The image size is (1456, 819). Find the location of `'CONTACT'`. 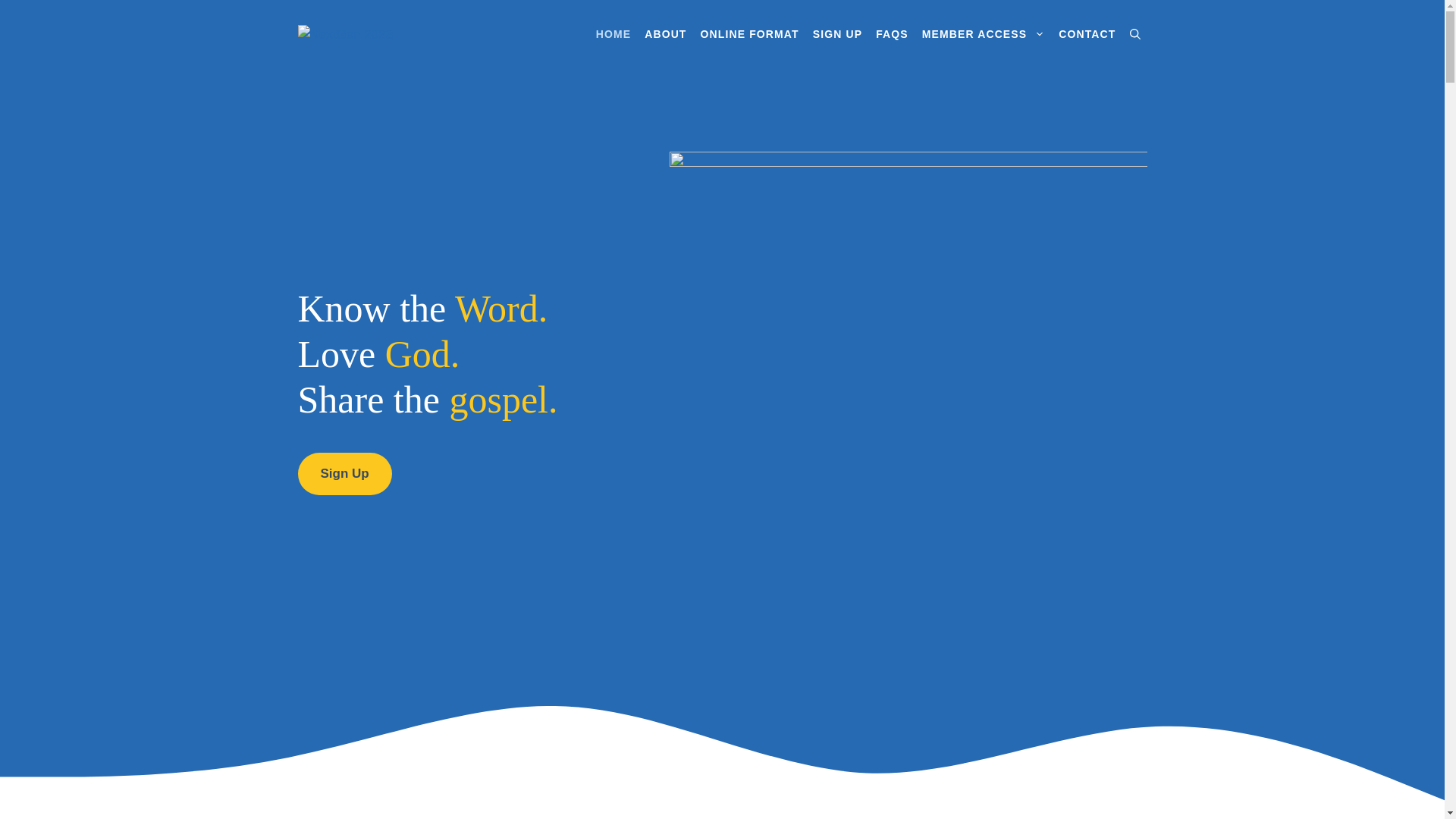

'CONTACT' is located at coordinates (1086, 34).